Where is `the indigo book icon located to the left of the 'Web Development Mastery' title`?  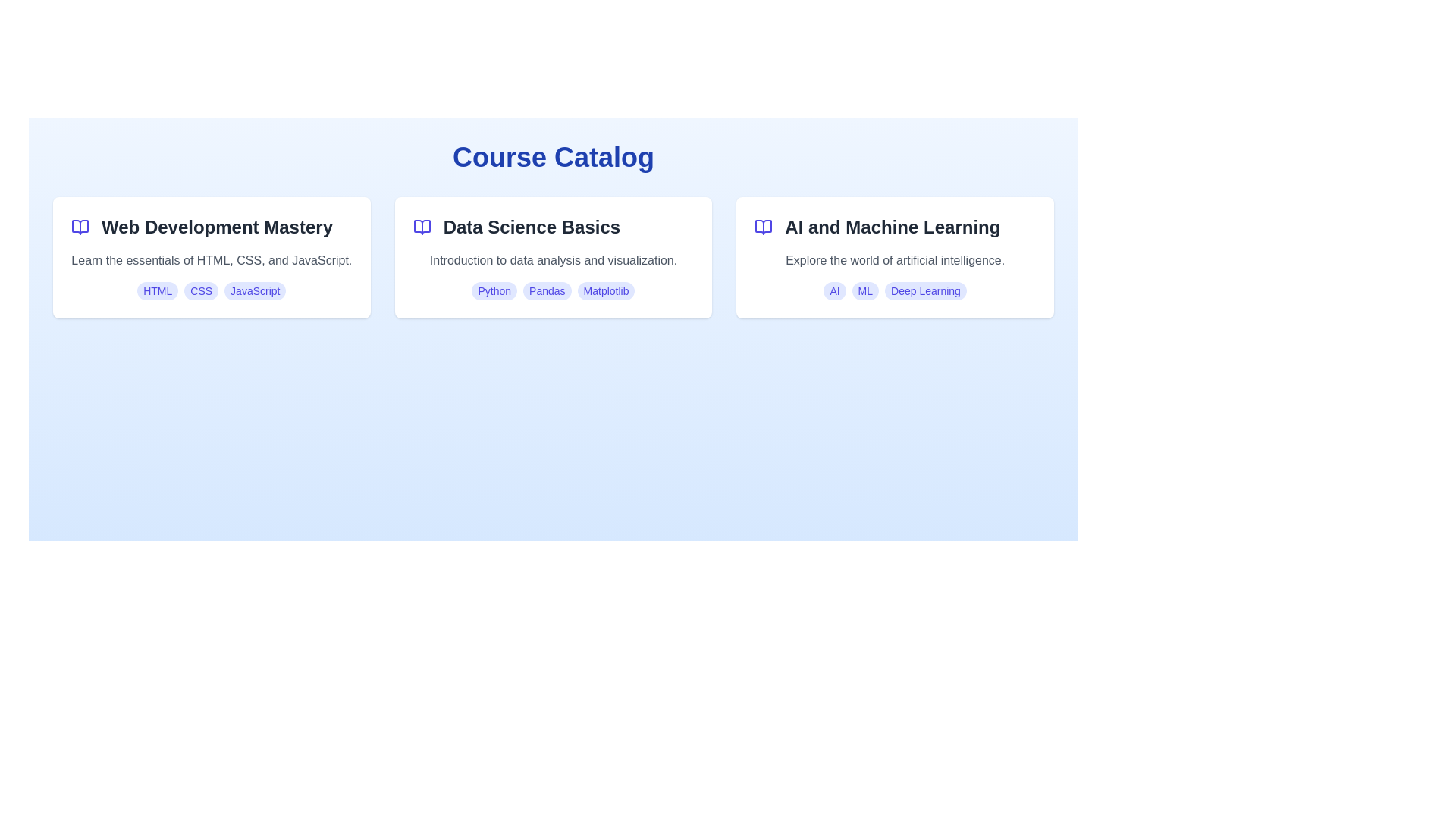
the indigo book icon located to the left of the 'Web Development Mastery' title is located at coordinates (79, 227).